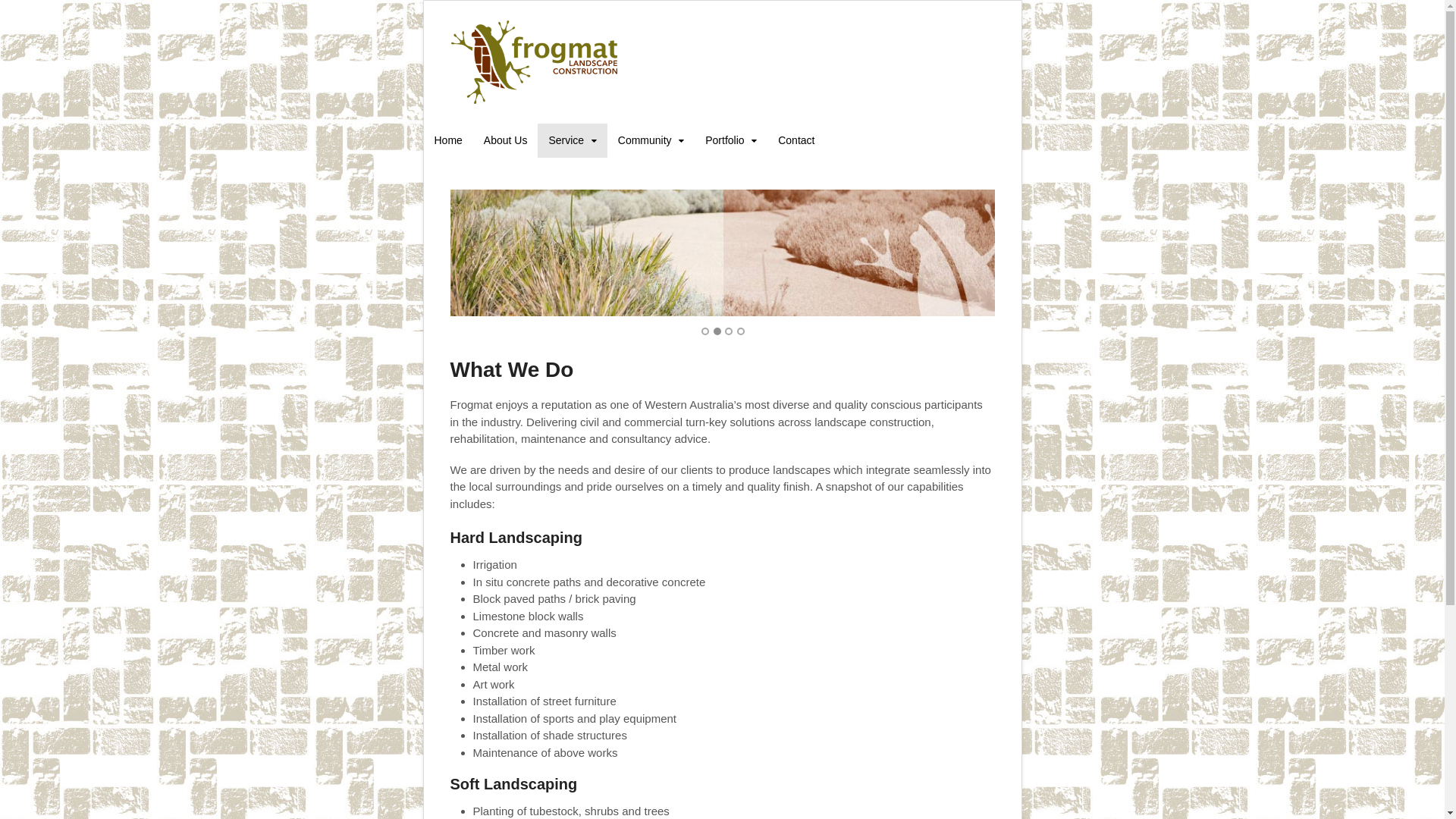  I want to click on 'Home', so click(447, 140).